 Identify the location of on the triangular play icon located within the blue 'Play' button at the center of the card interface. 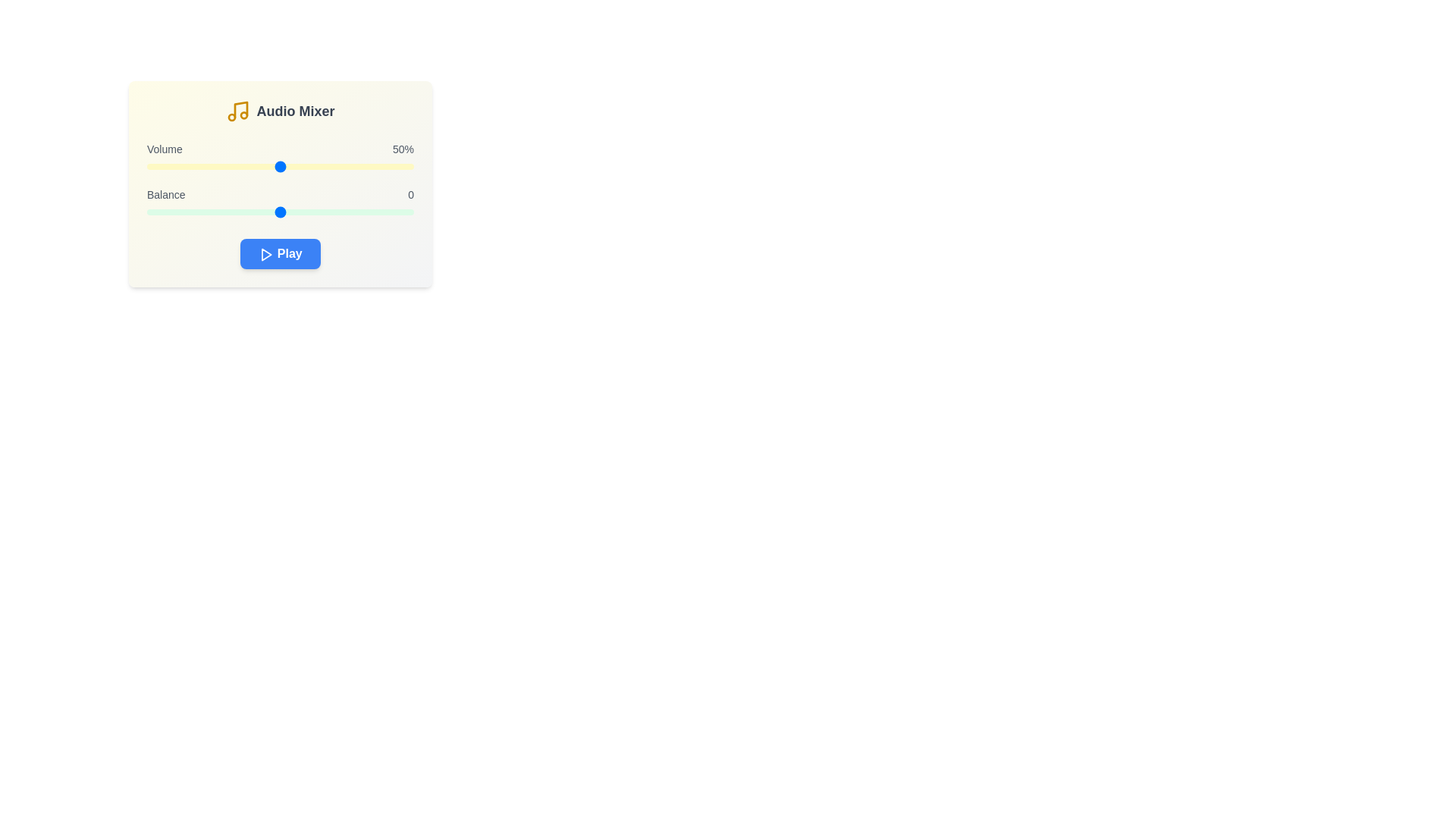
(266, 253).